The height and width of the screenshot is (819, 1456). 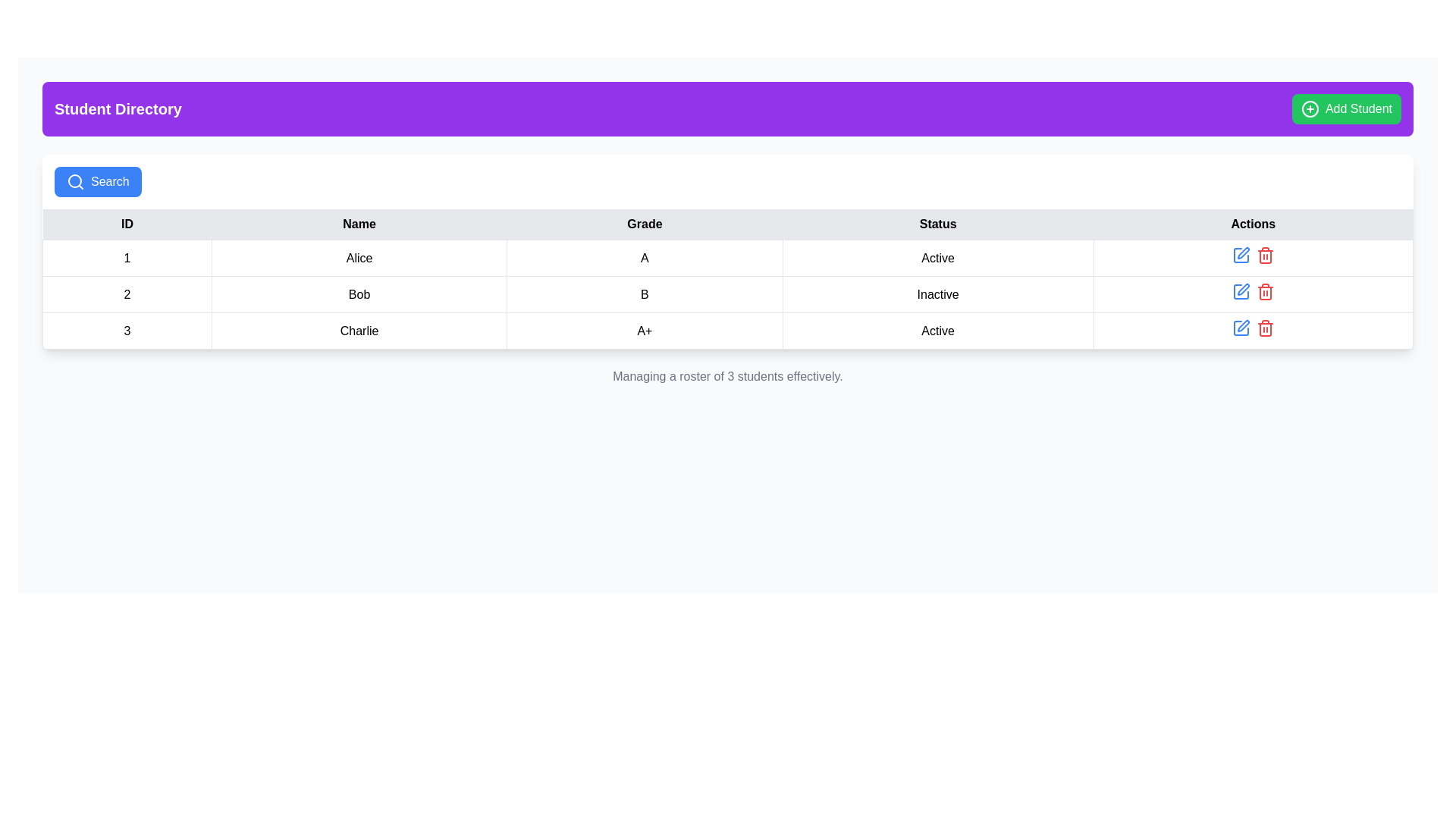 I want to click on the magnifying glass icon, which is positioned on the left side of the blue 'Search' button at the top-left corner of the data table, so click(x=75, y=180).